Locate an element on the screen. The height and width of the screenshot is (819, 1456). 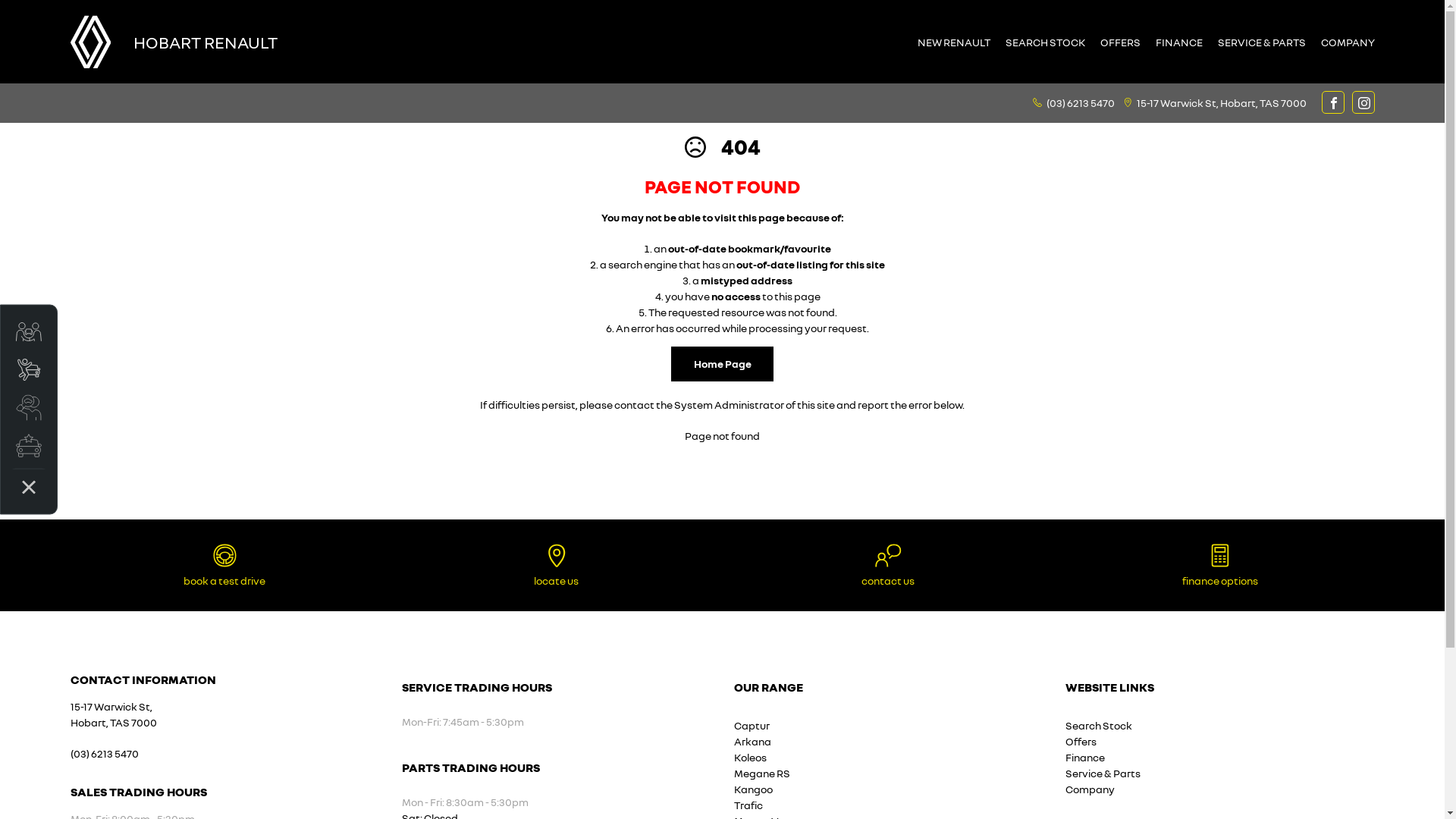
'SERVICE & PARTS' is located at coordinates (1262, 41).